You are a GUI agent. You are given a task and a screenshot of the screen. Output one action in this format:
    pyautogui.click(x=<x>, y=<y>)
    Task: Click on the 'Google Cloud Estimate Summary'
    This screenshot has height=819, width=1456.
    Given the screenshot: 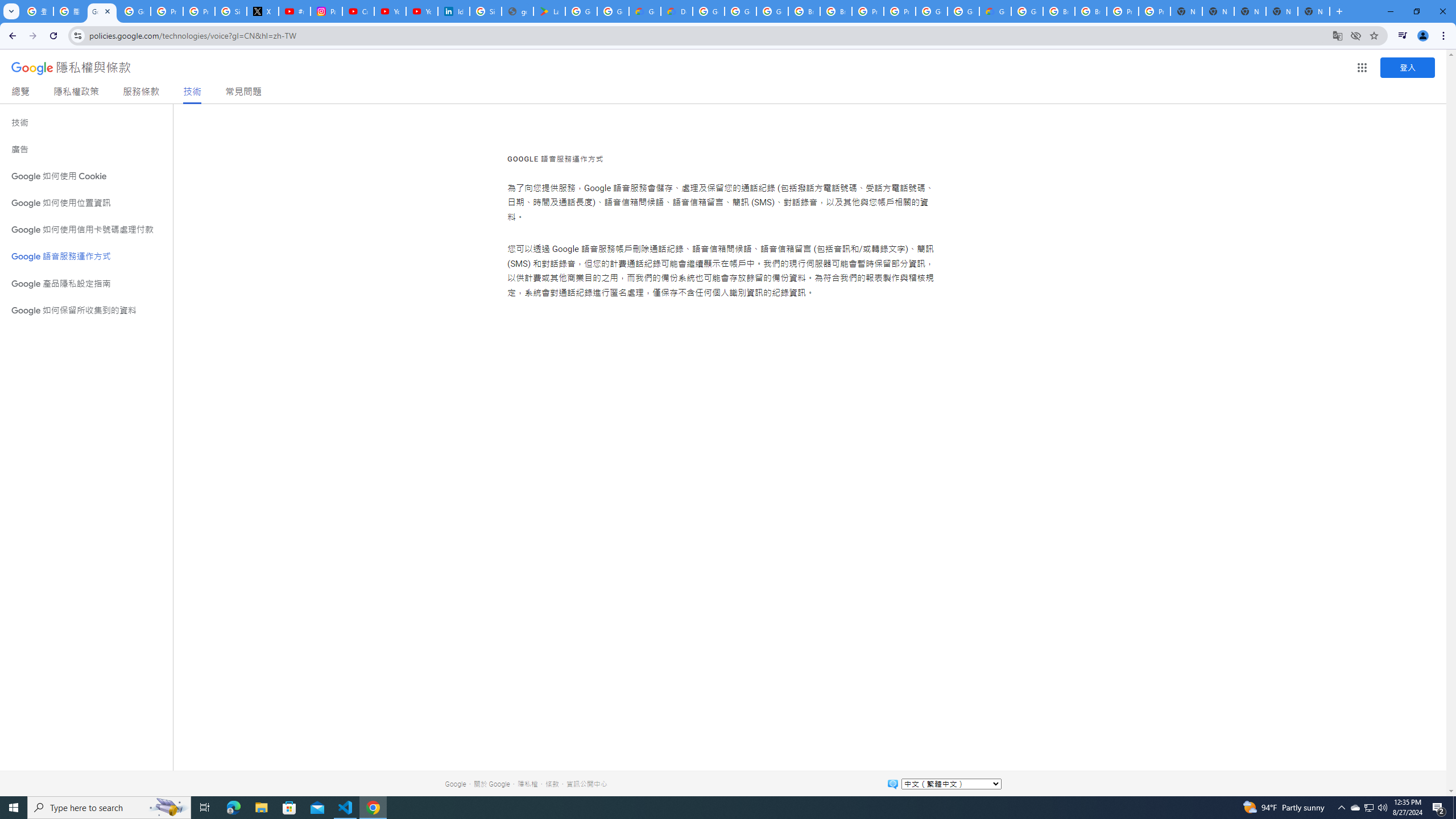 What is the action you would take?
    pyautogui.click(x=994, y=11)
    